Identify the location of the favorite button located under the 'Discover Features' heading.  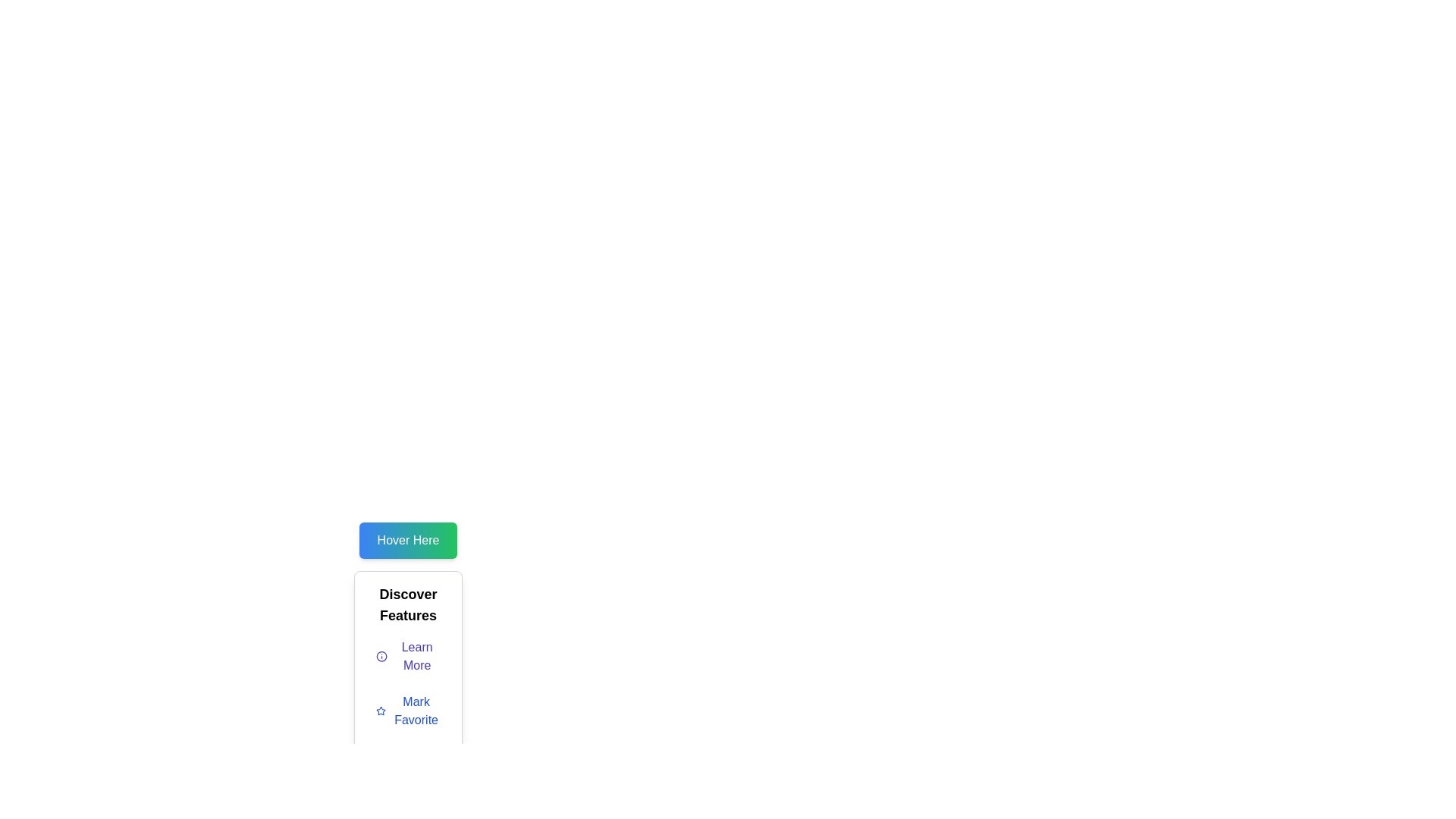
(408, 711).